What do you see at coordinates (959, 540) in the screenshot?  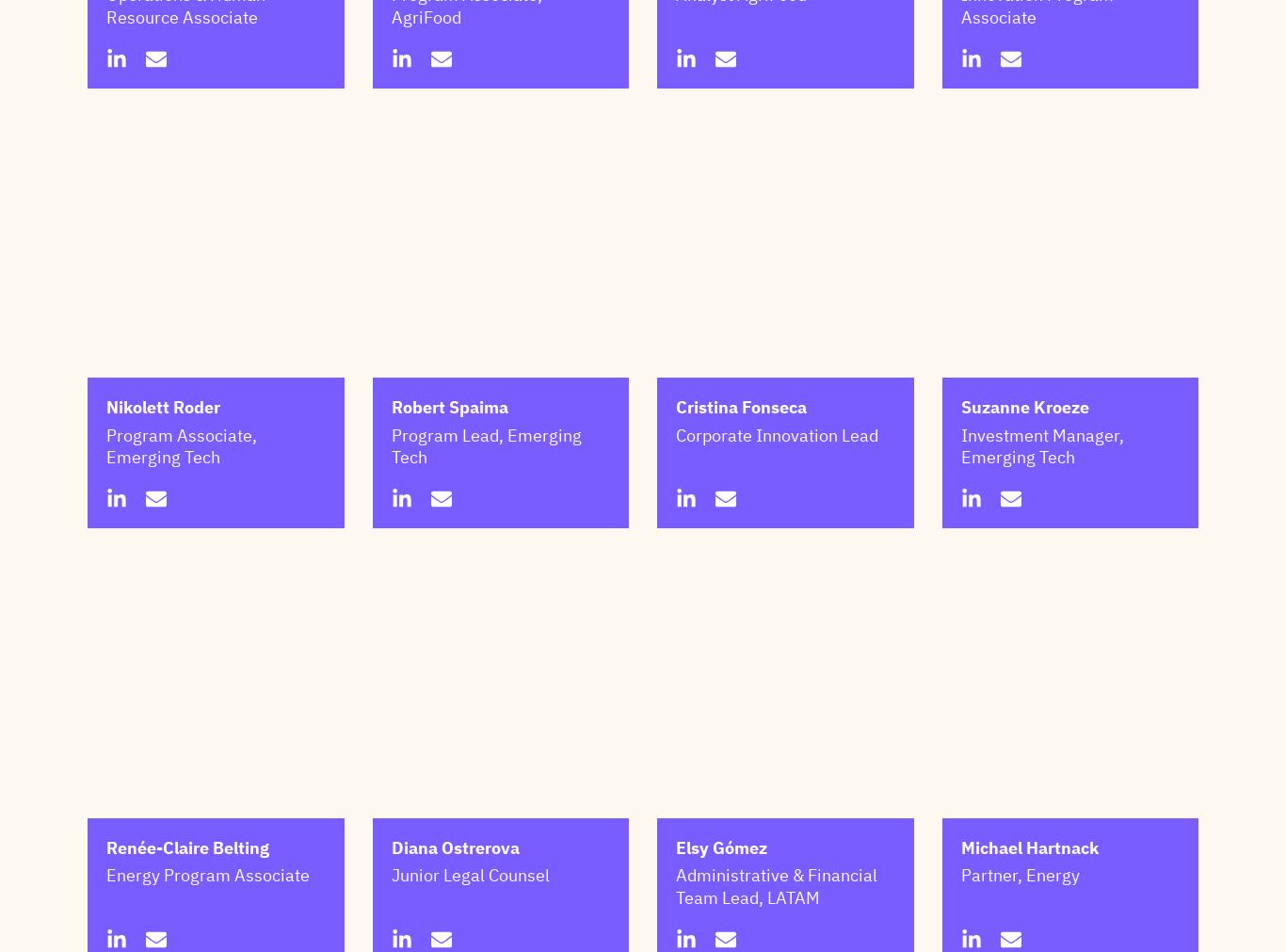 I see `'Investment Manager, Emerging Tech'` at bounding box center [959, 540].